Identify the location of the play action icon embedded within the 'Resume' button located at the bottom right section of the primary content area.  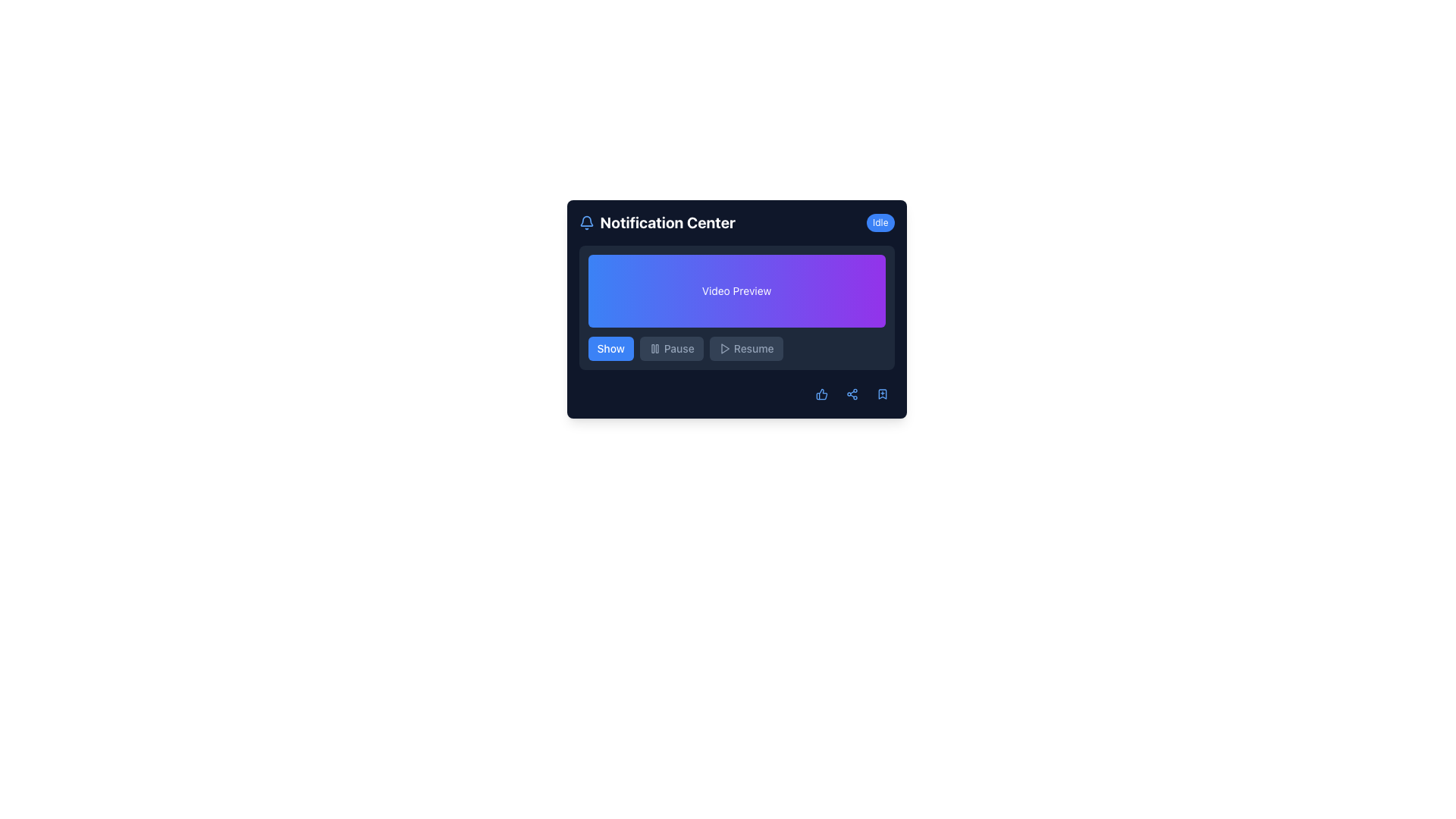
(723, 348).